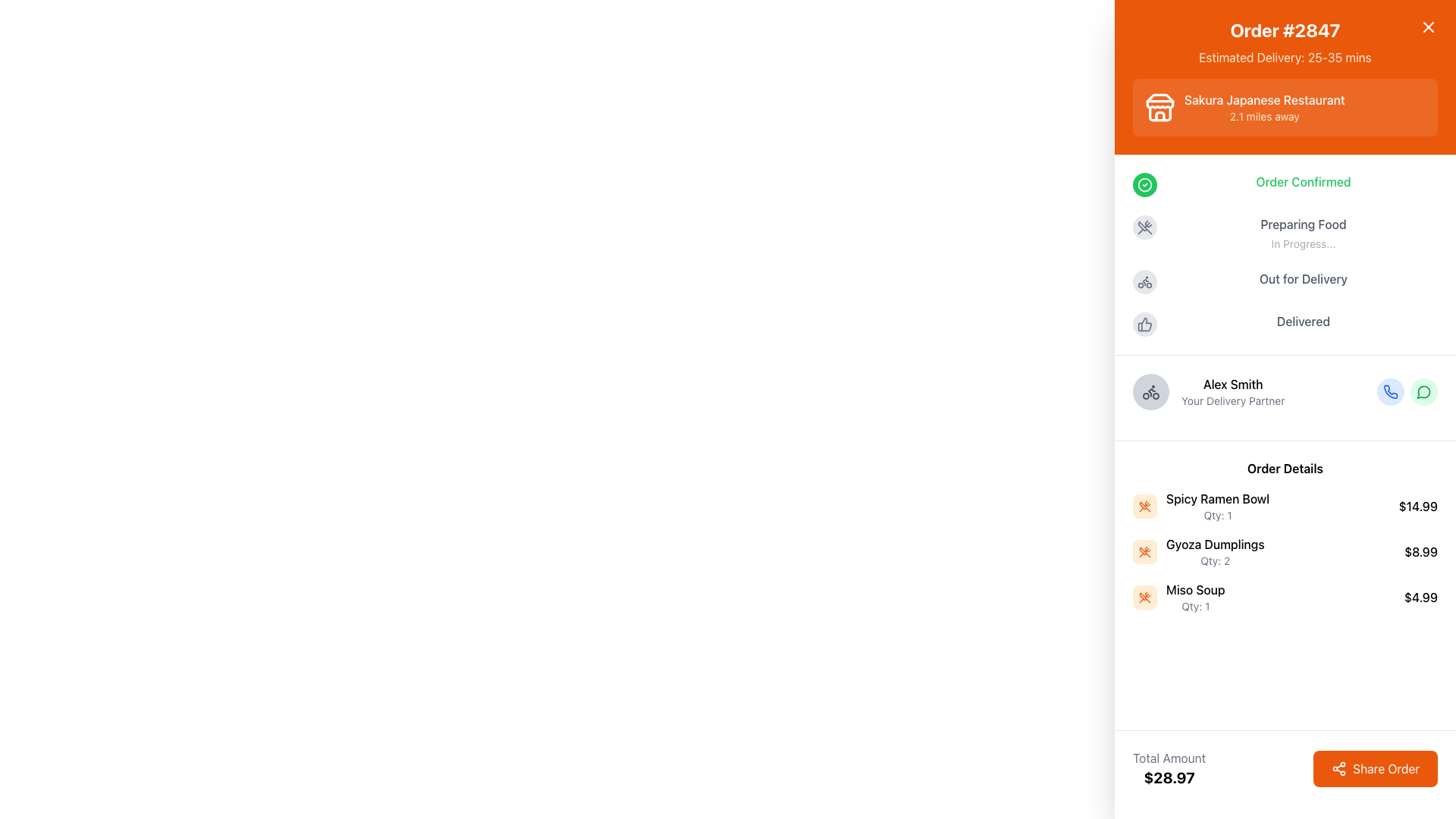 The width and height of the screenshot is (1456, 819). I want to click on the text label displaying the cost for 'Gyoza Dumplings' in the 'Order Details' section, located horizontally aligned with other price values, so click(1420, 552).